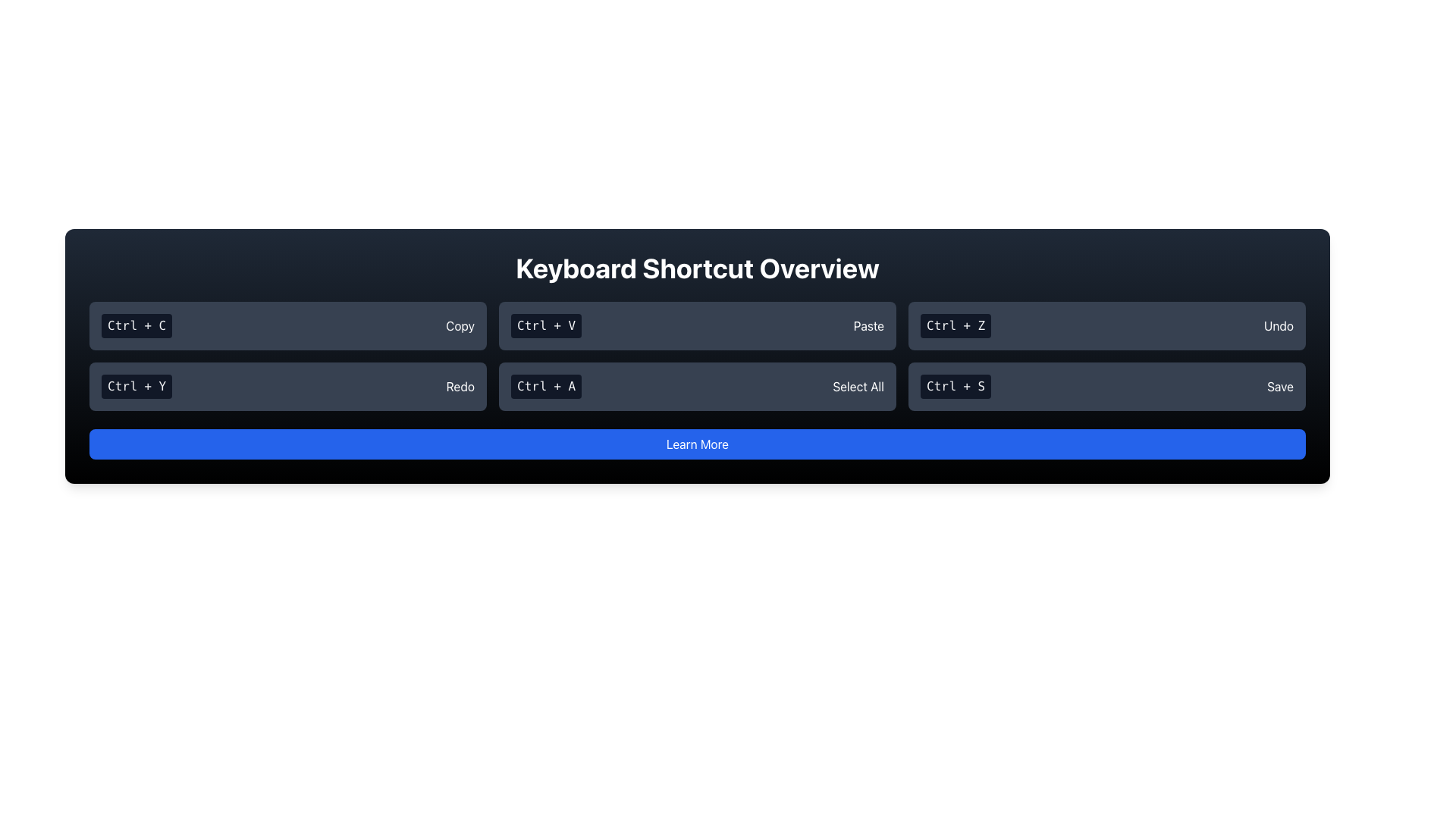  Describe the element at coordinates (460, 325) in the screenshot. I see `the 'Copy' text label, which is displayed in white font on a dark gray background and is located to the right of the 'Ctrl + C' shortcut label` at that location.